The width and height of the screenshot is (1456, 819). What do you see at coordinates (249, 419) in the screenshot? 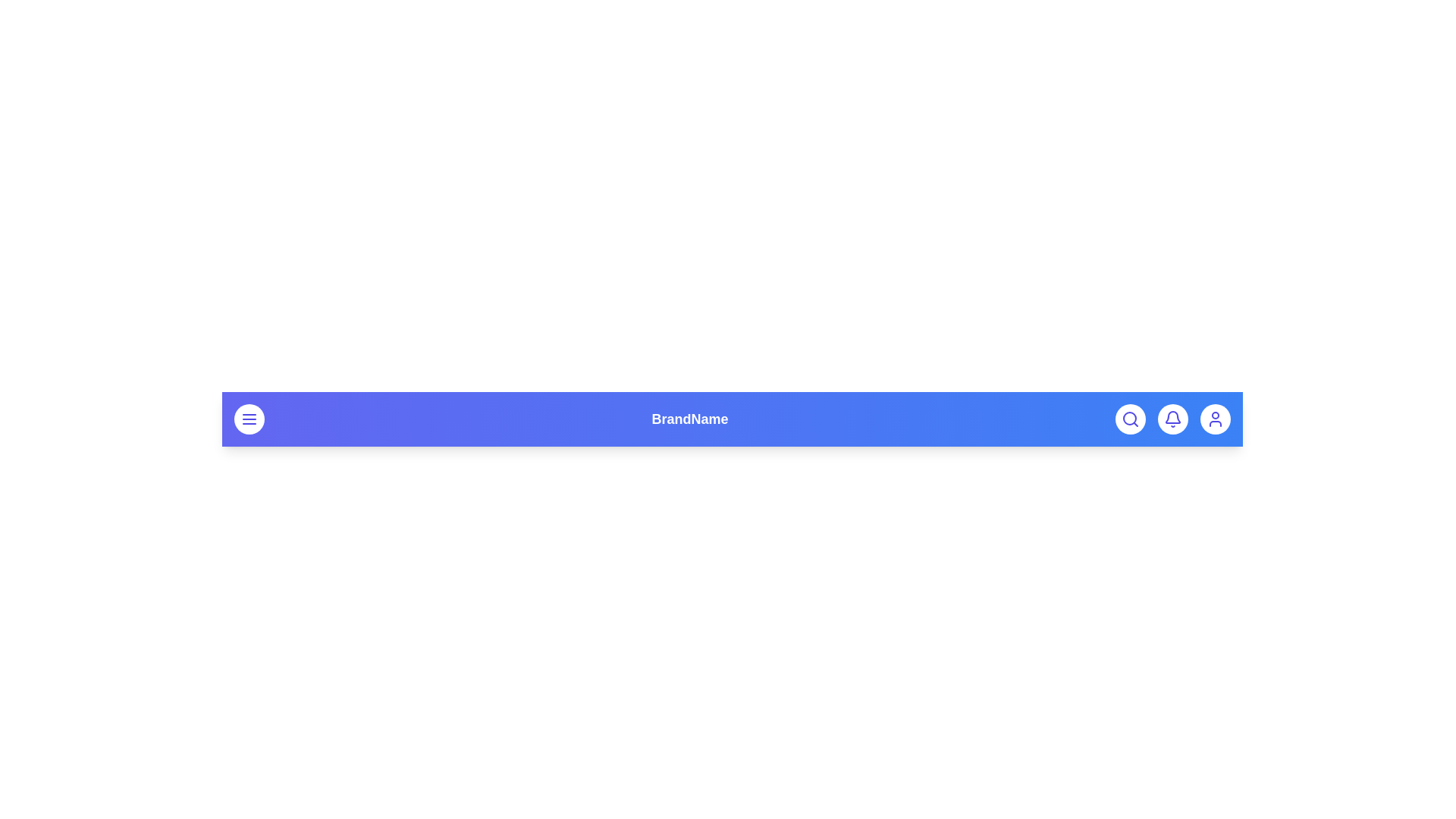
I see `the menu button to open the menu` at bounding box center [249, 419].